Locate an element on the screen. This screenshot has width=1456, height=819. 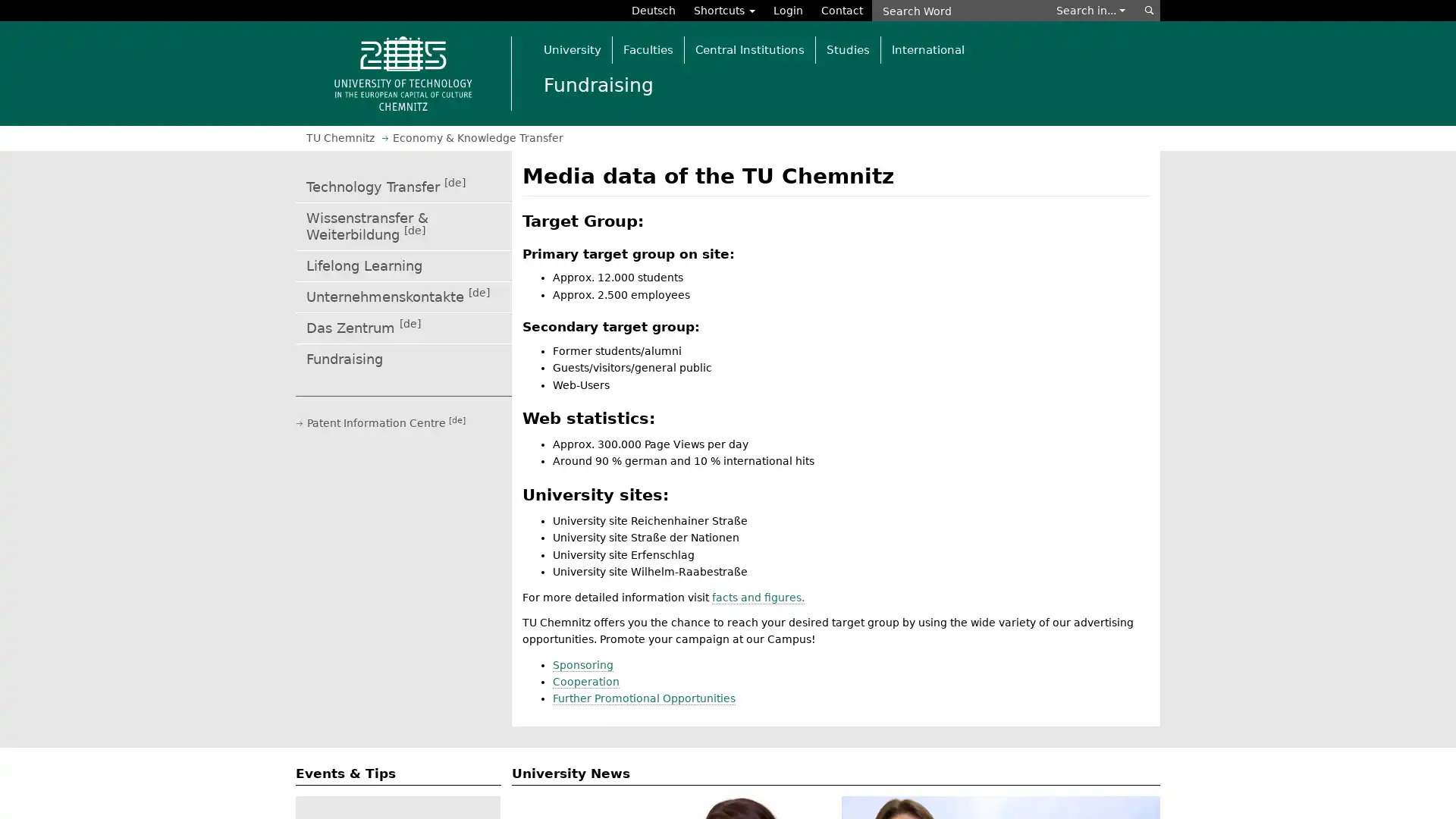
Central Institutions is located at coordinates (749, 49).